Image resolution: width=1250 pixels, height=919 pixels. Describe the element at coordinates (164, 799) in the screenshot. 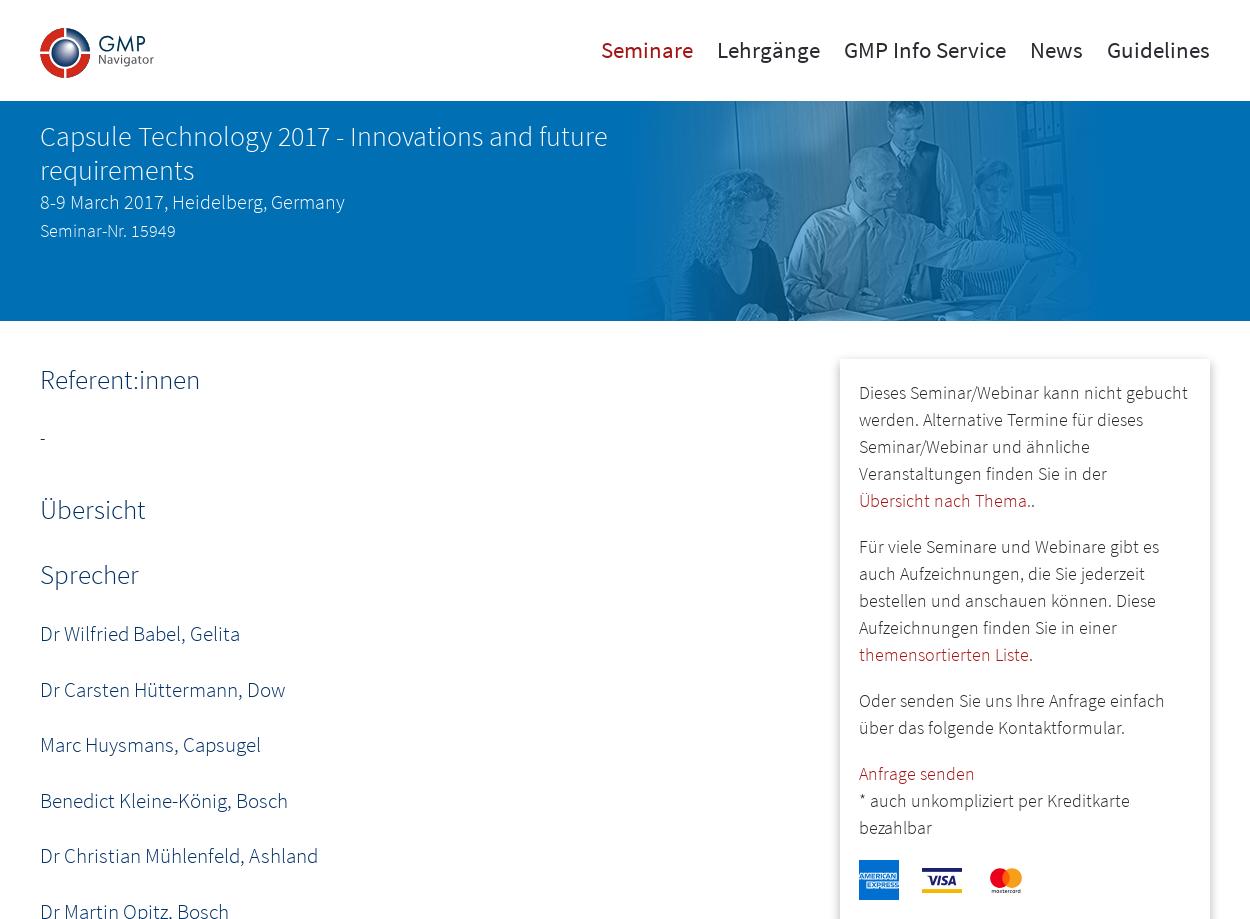

I see `'Benedict Kleine-König, Bosch'` at that location.